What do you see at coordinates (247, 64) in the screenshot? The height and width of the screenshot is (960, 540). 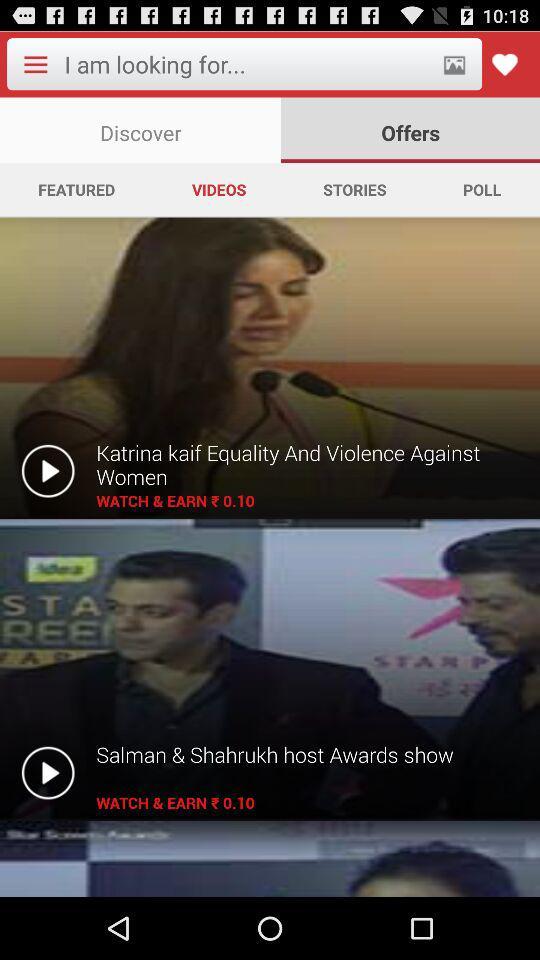 I see `open search bar` at bounding box center [247, 64].